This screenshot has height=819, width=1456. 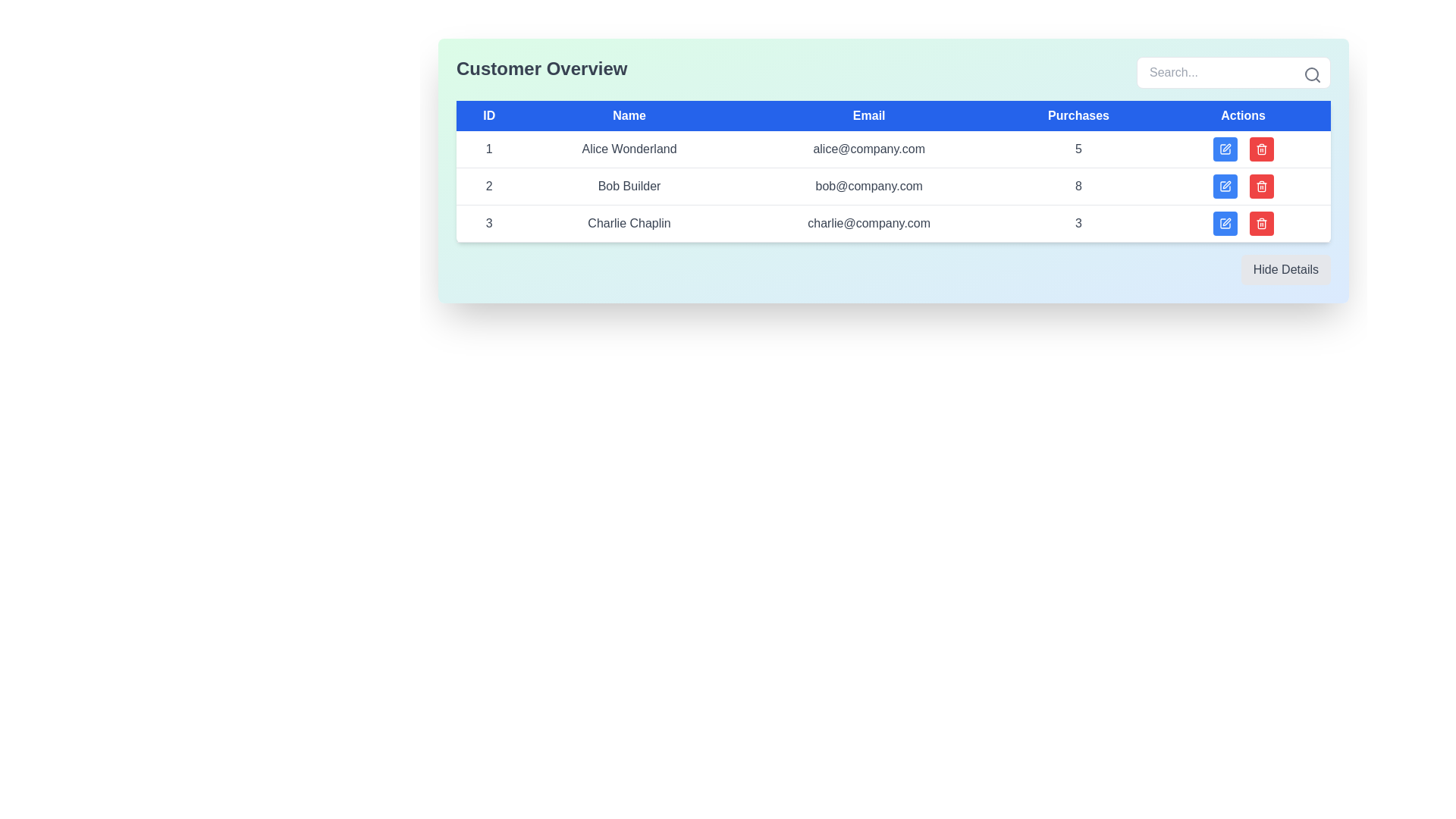 What do you see at coordinates (1261, 149) in the screenshot?
I see `the delete button in the 'Actions' column for the row containing Bob Builder's information to observe any visual changes like color darkening` at bounding box center [1261, 149].